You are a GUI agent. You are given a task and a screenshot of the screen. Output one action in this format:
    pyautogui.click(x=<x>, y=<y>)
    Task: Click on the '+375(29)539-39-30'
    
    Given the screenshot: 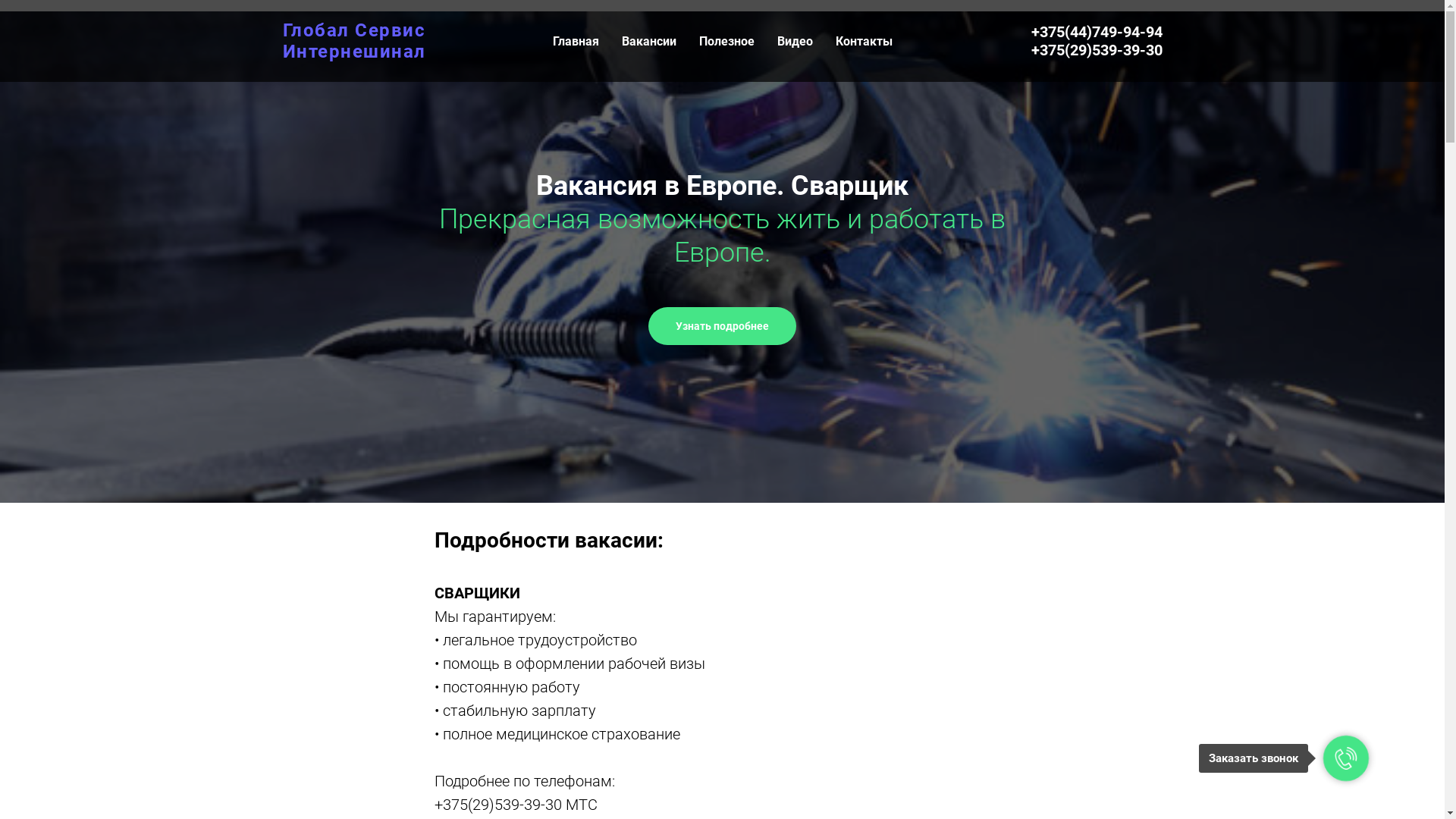 What is the action you would take?
    pyautogui.click(x=1097, y=49)
    